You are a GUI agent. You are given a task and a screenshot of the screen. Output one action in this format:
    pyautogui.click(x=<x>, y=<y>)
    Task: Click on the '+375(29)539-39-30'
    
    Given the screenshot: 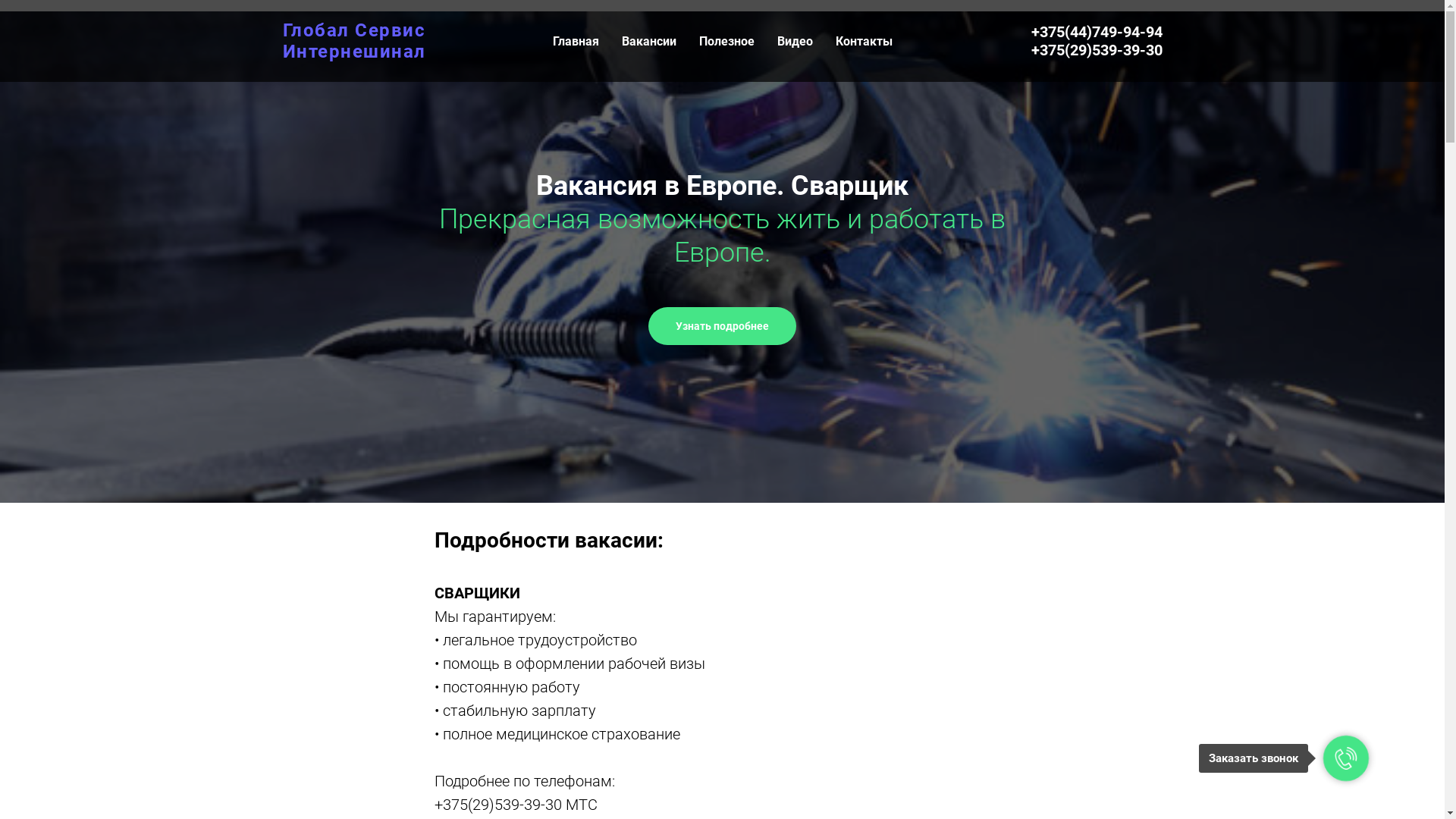 What is the action you would take?
    pyautogui.click(x=1097, y=49)
    